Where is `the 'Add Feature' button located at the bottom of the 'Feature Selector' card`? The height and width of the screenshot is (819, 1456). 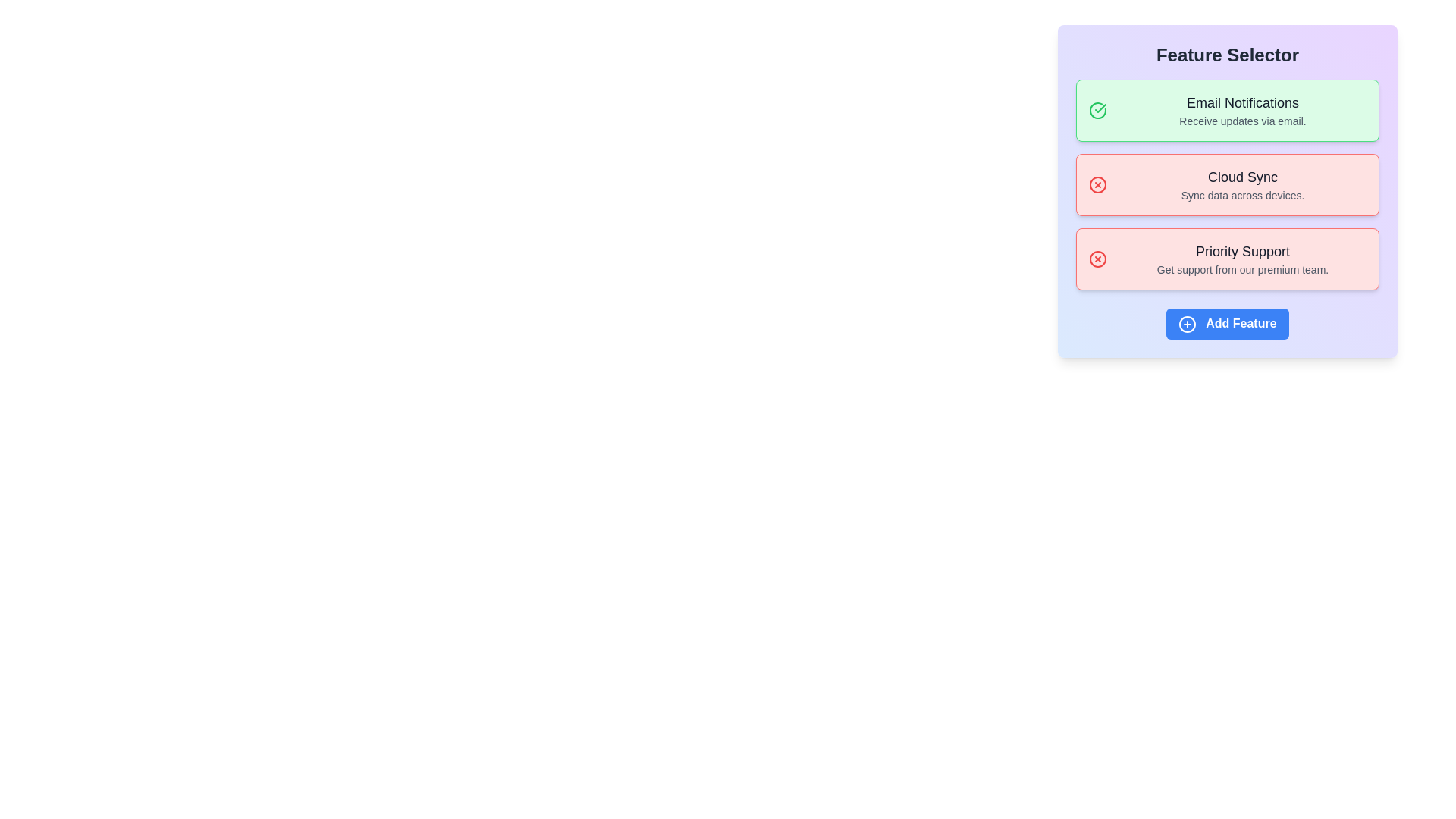 the 'Add Feature' button located at the bottom of the 'Feature Selector' card is located at coordinates (1227, 323).